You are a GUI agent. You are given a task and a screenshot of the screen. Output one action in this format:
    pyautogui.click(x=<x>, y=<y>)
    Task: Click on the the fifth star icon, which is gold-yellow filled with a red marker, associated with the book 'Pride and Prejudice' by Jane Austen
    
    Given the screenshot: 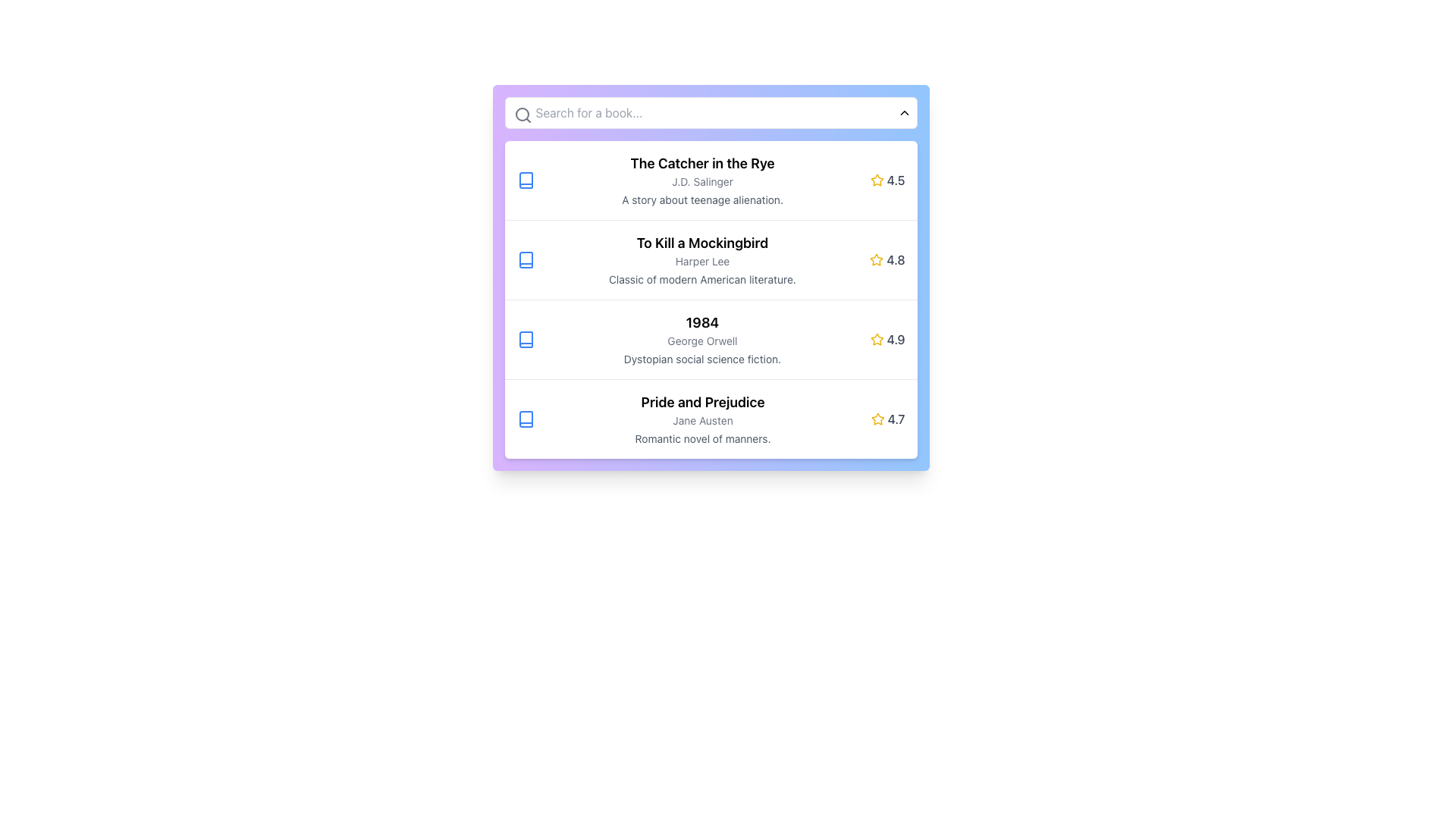 What is the action you would take?
    pyautogui.click(x=877, y=419)
    